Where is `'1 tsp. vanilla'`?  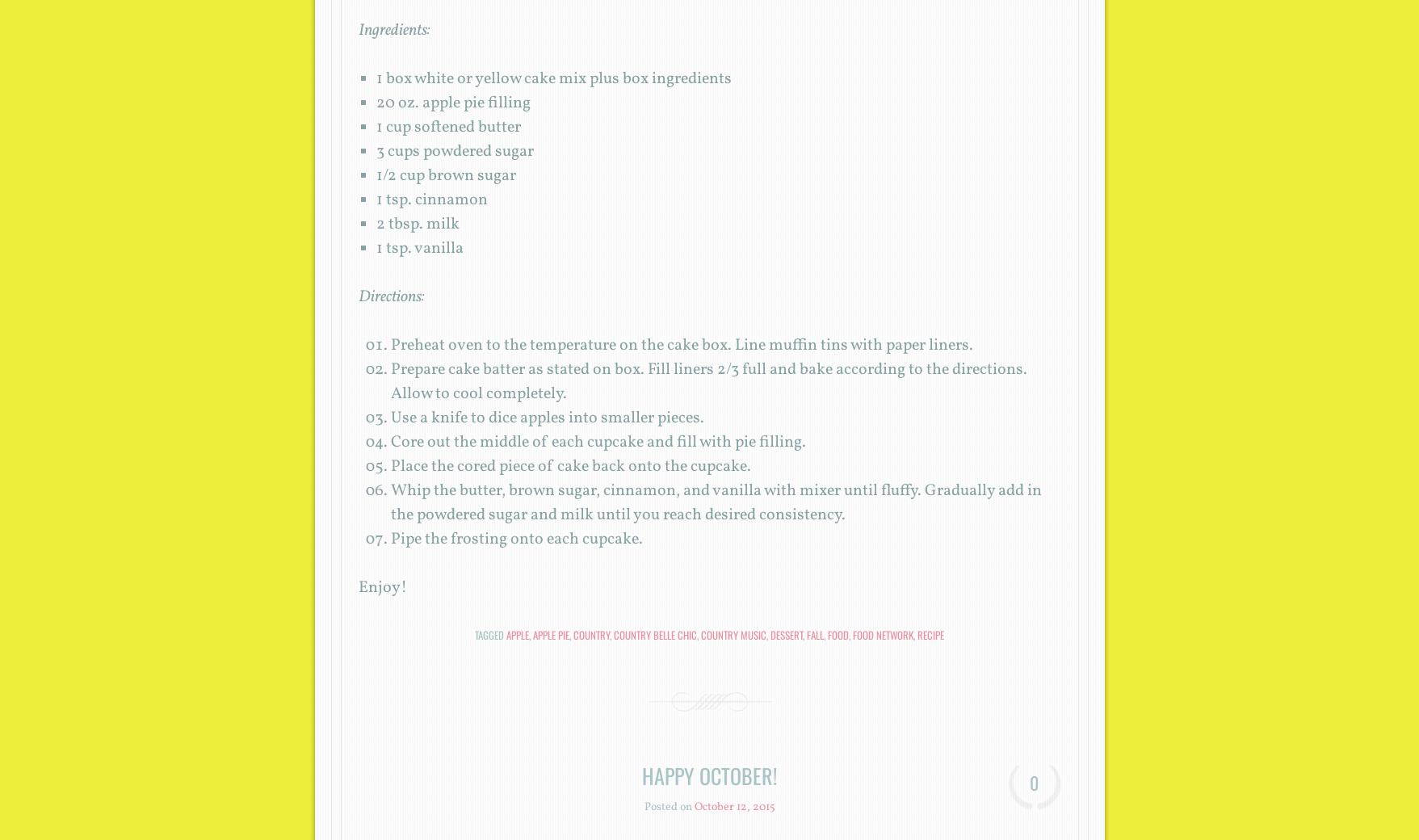
'1 tsp. vanilla' is located at coordinates (419, 248).